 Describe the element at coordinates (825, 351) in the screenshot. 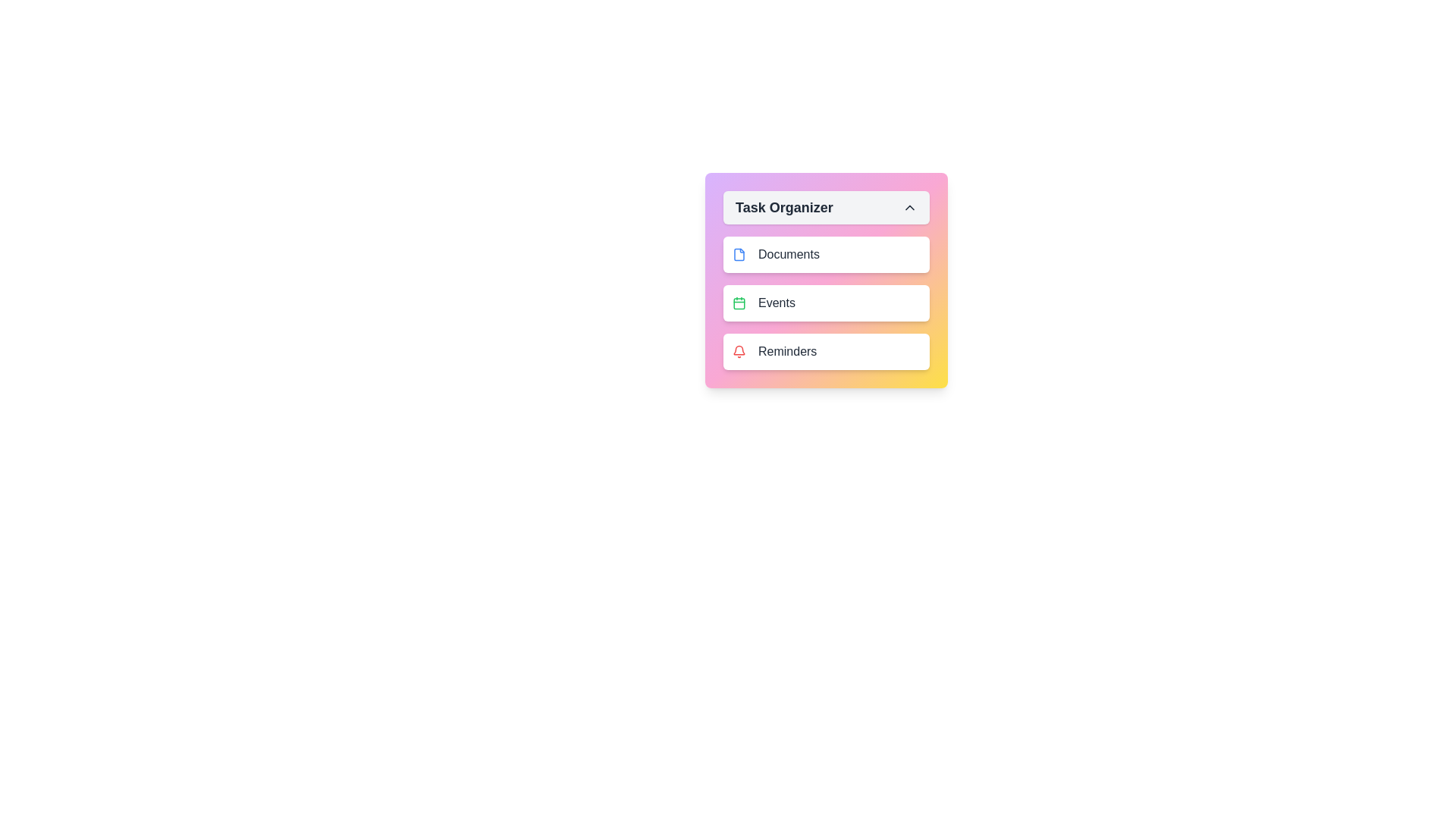

I see `the task item Reminders` at that location.